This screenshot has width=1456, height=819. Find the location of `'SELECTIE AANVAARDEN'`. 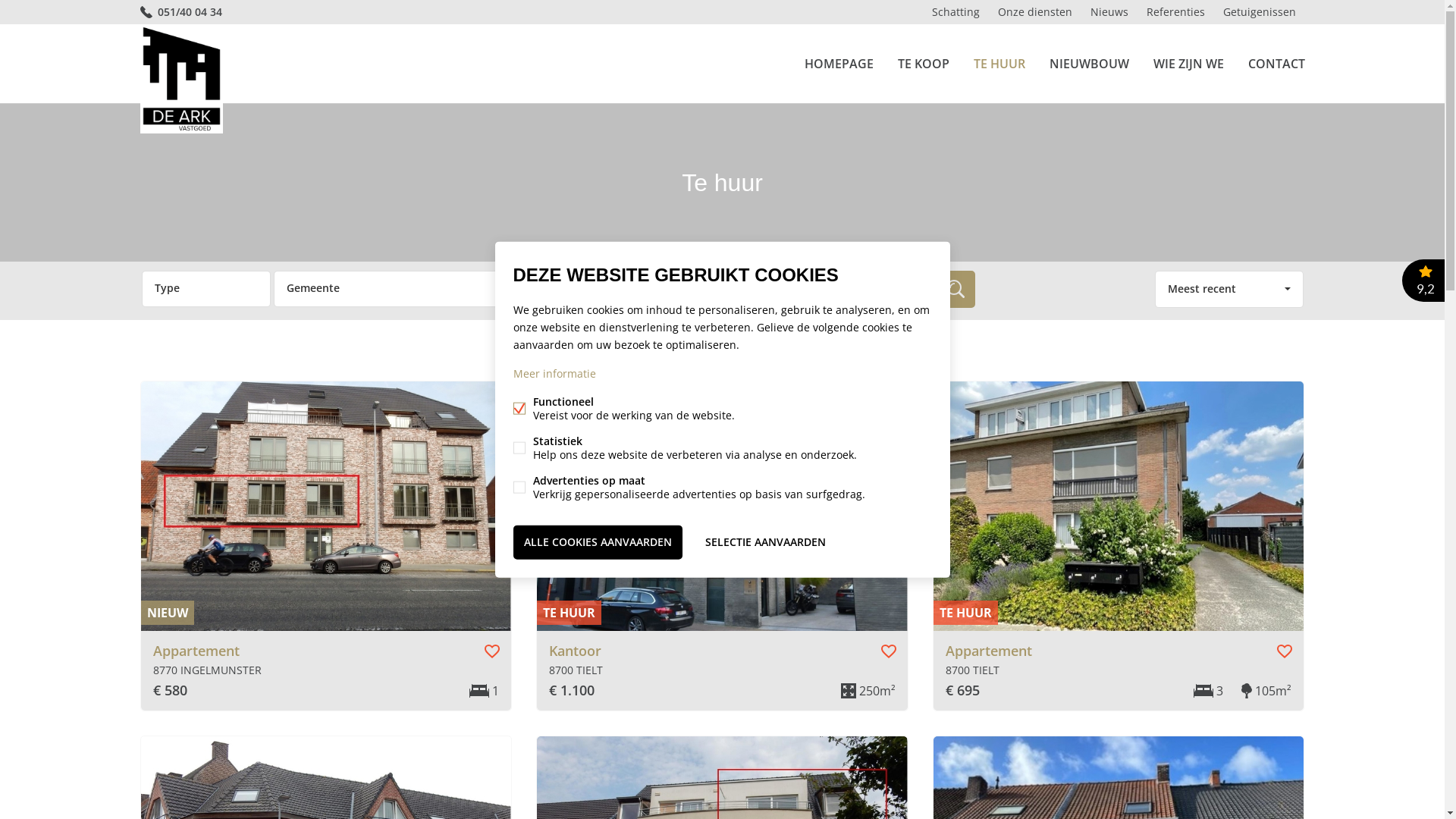

'SELECTIE AANVAARDEN' is located at coordinates (765, 541).